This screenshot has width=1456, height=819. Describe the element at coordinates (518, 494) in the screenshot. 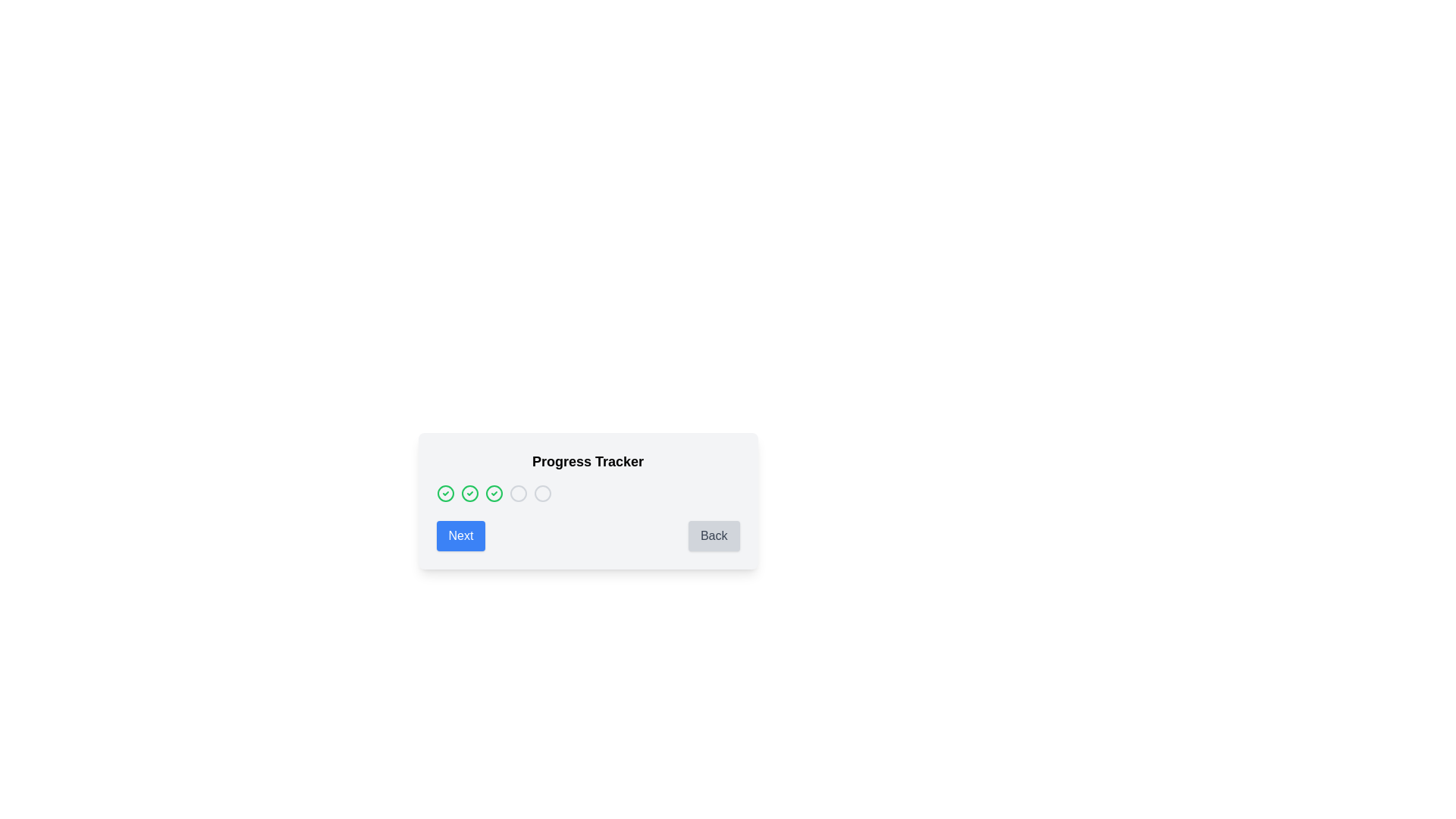

I see `the fourth circular glyph in the progress tracker, which indicates an uncompleted step in the sequence` at that location.